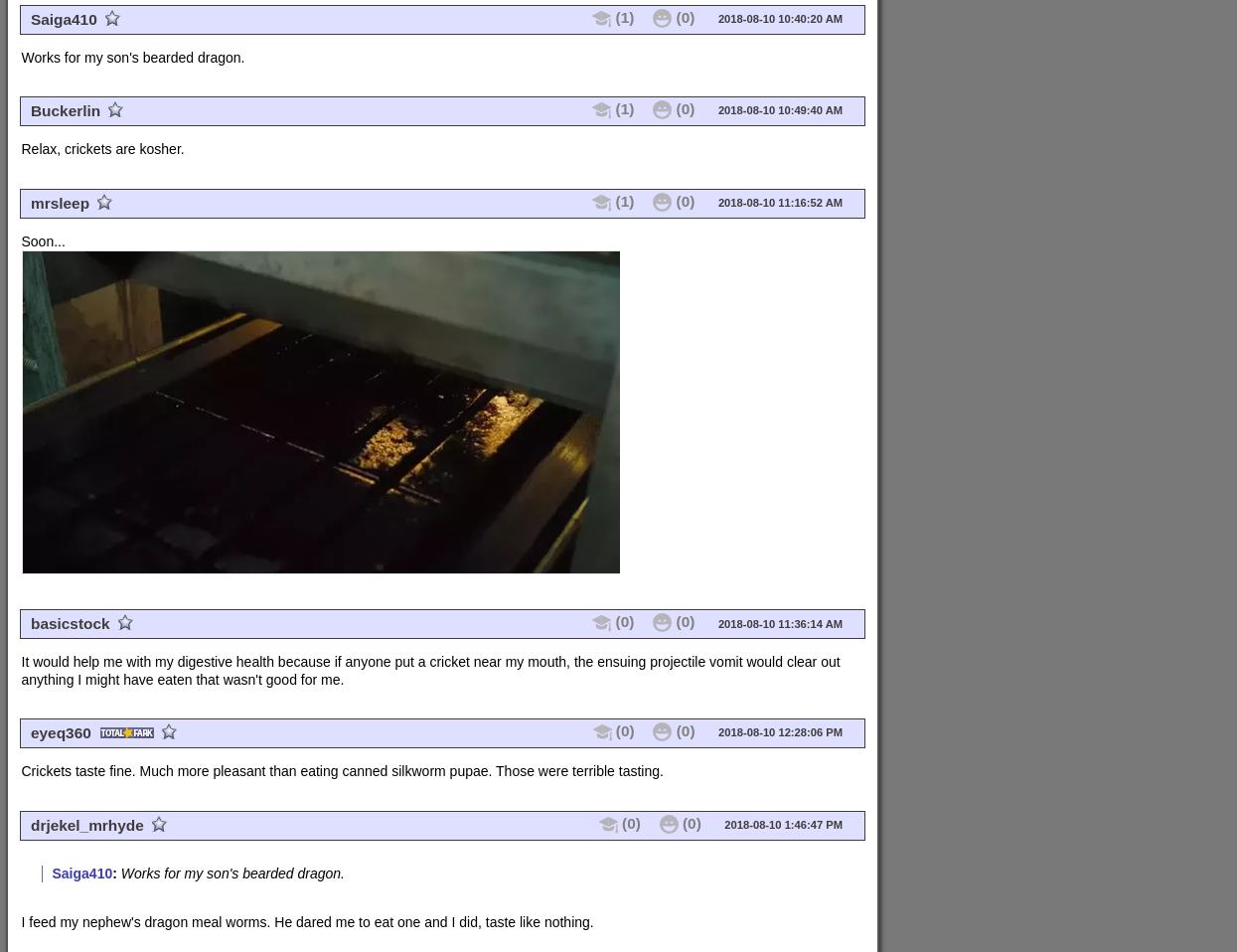 The width and height of the screenshot is (1237, 952). Describe the element at coordinates (778, 623) in the screenshot. I see `'2018-08-10 11:36:14 AM'` at that location.